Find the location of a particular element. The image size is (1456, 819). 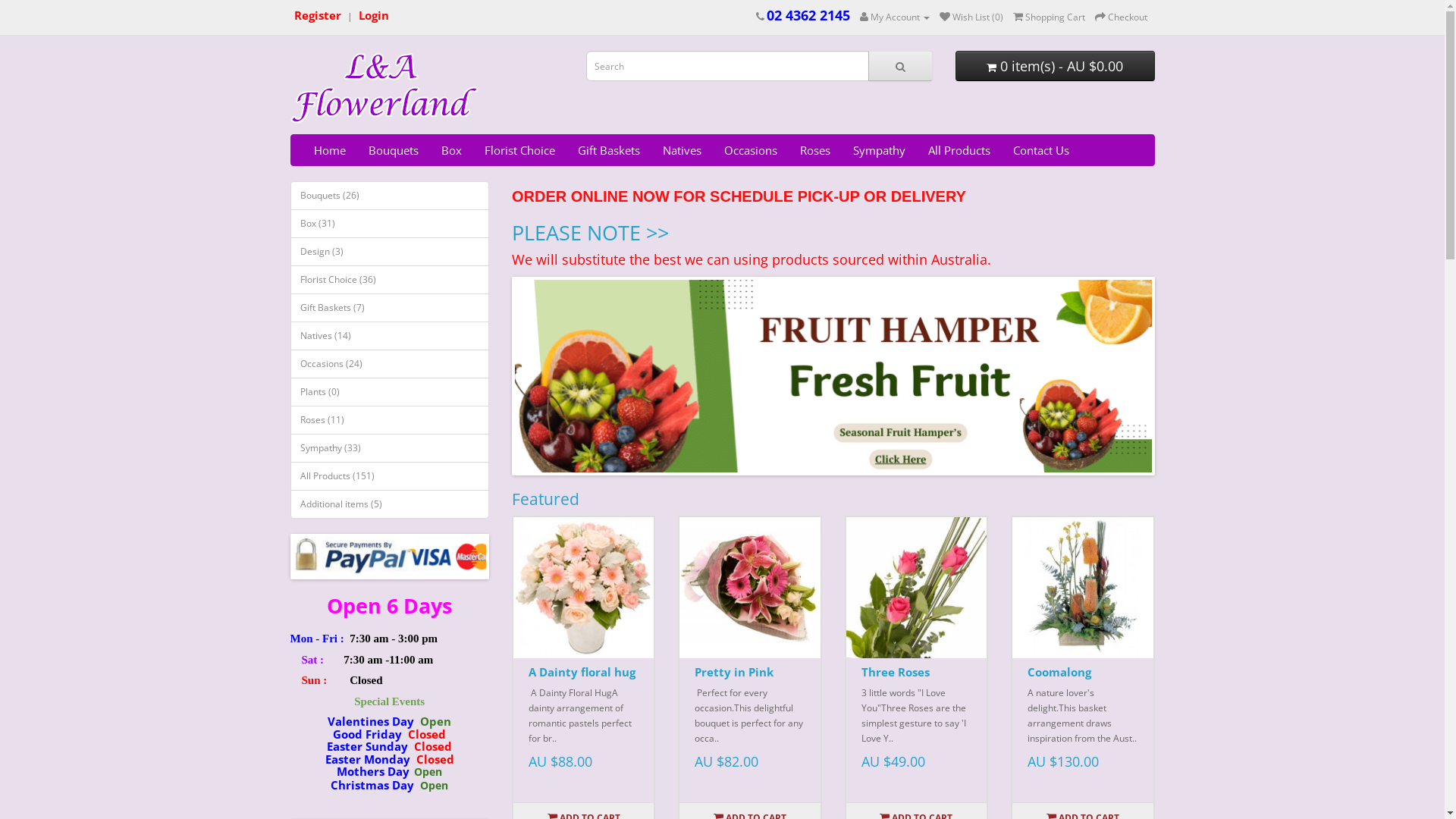

'Occasions (24)' is located at coordinates (389, 363).